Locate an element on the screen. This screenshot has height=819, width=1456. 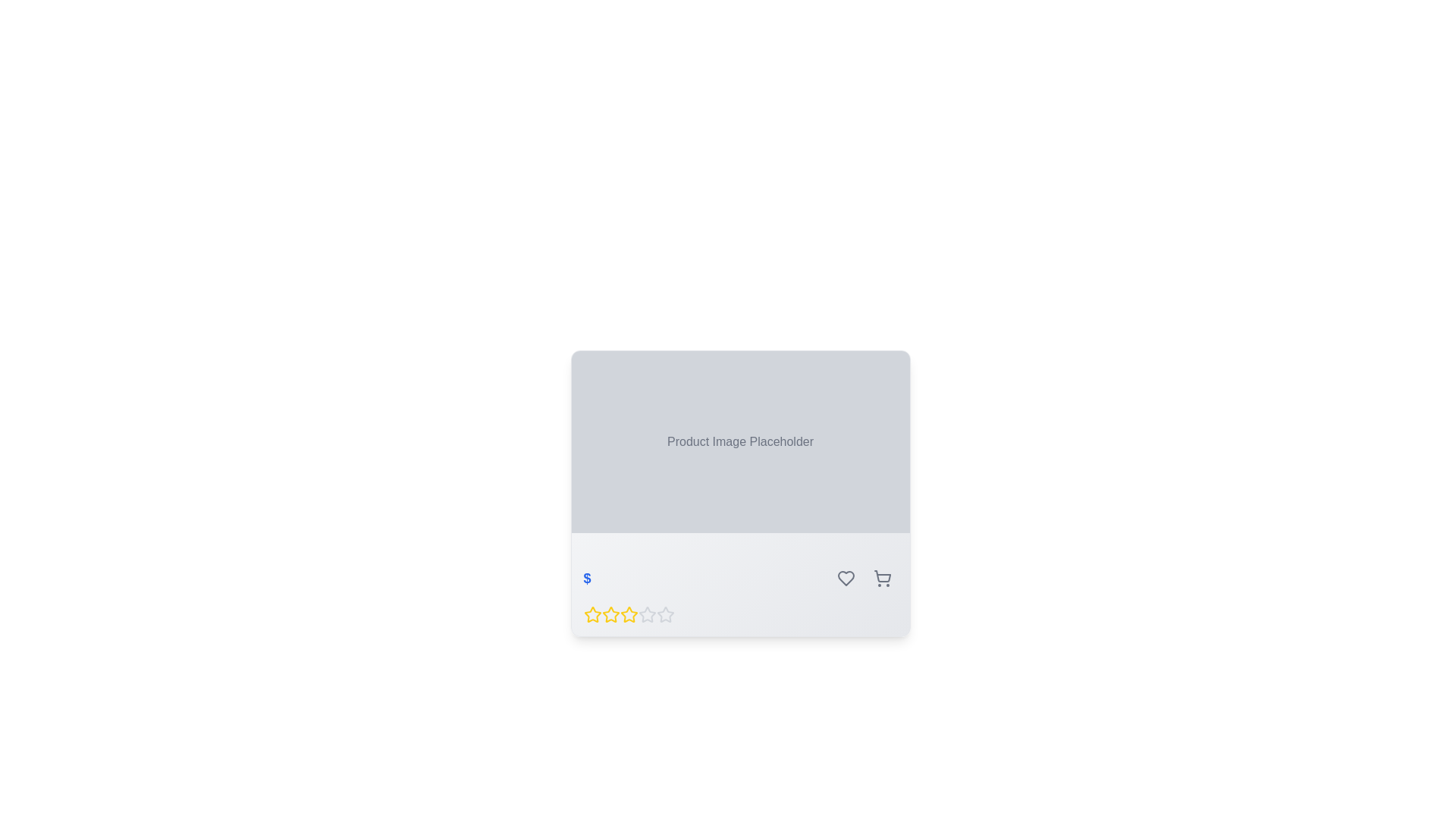
the Static Text displaying 'Product Image Placeholder' which is centrally aligned in a gray background panel within the product card layout is located at coordinates (740, 441).